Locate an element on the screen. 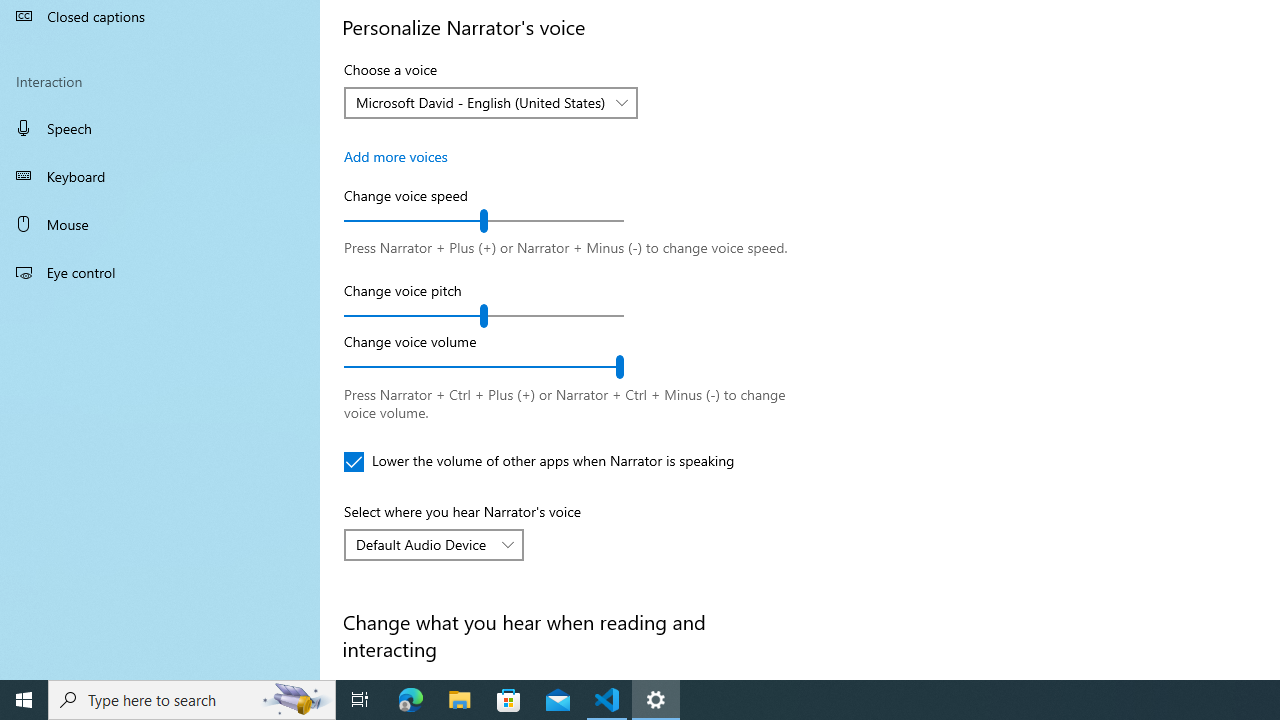 The height and width of the screenshot is (720, 1280). 'Choose a voice' is located at coordinates (490, 102).